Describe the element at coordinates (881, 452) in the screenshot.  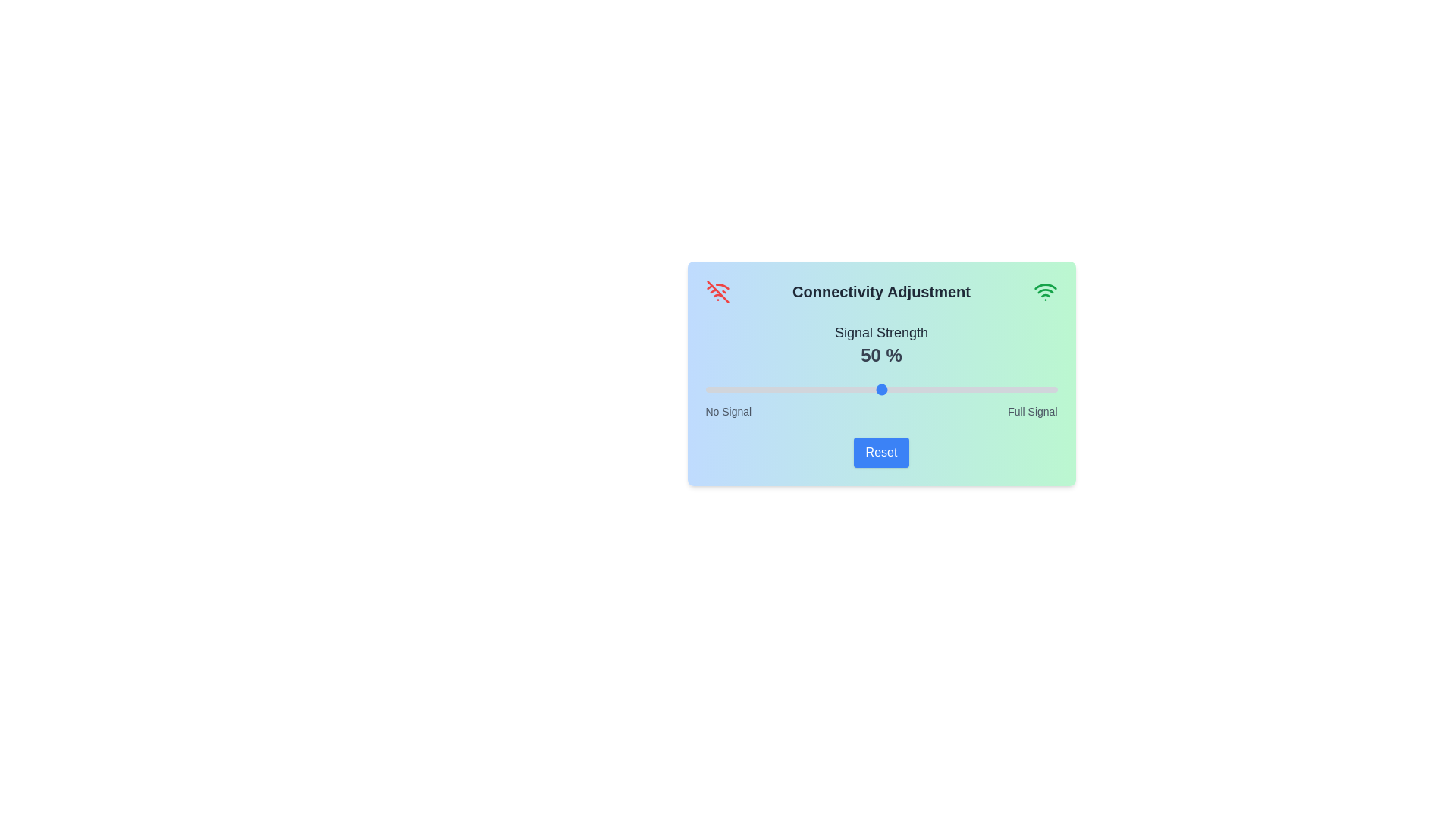
I see `the 'Reset' button to reset the signal strength` at that location.